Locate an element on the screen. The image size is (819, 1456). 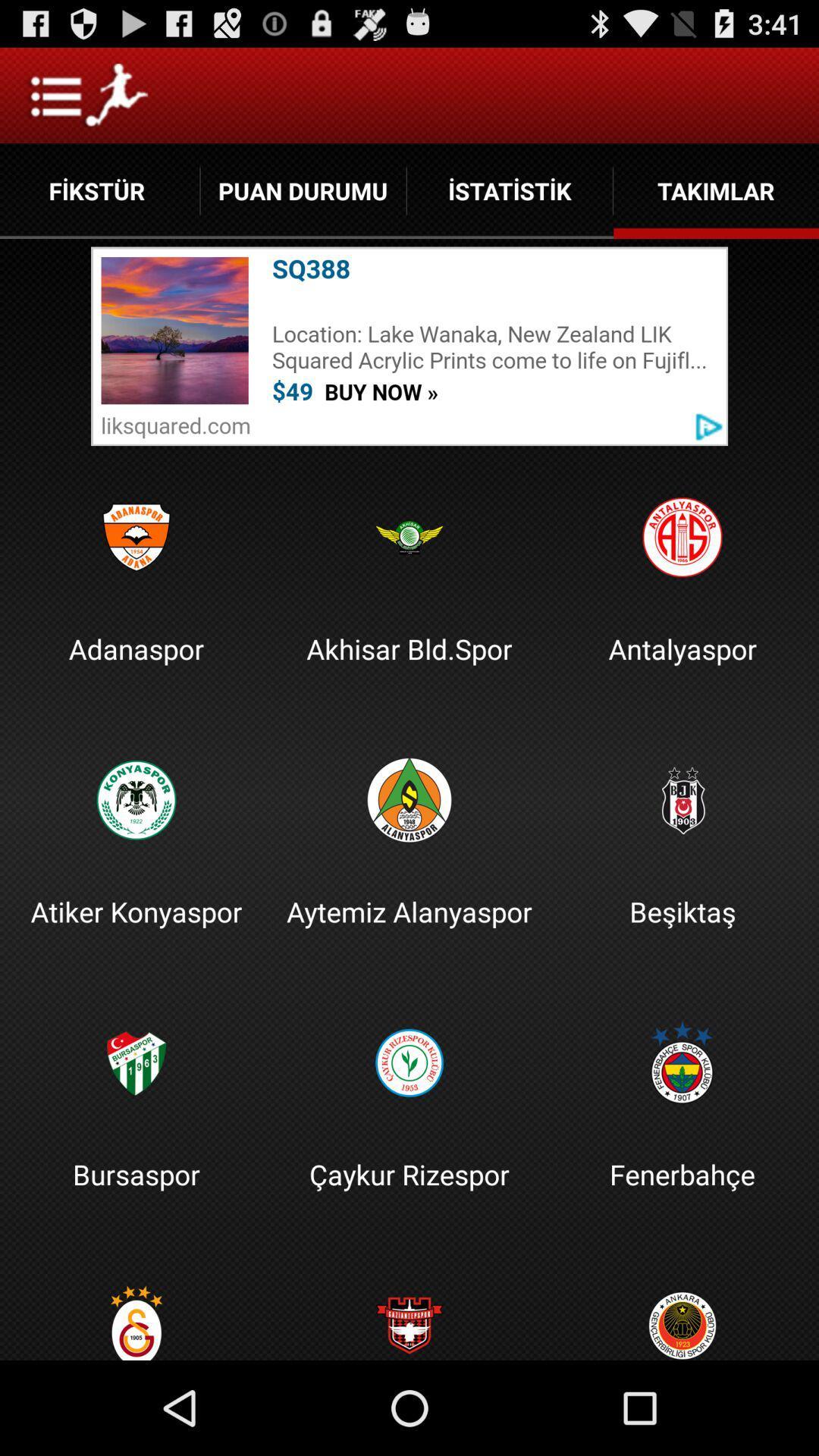
location optioni is located at coordinates (409, 345).